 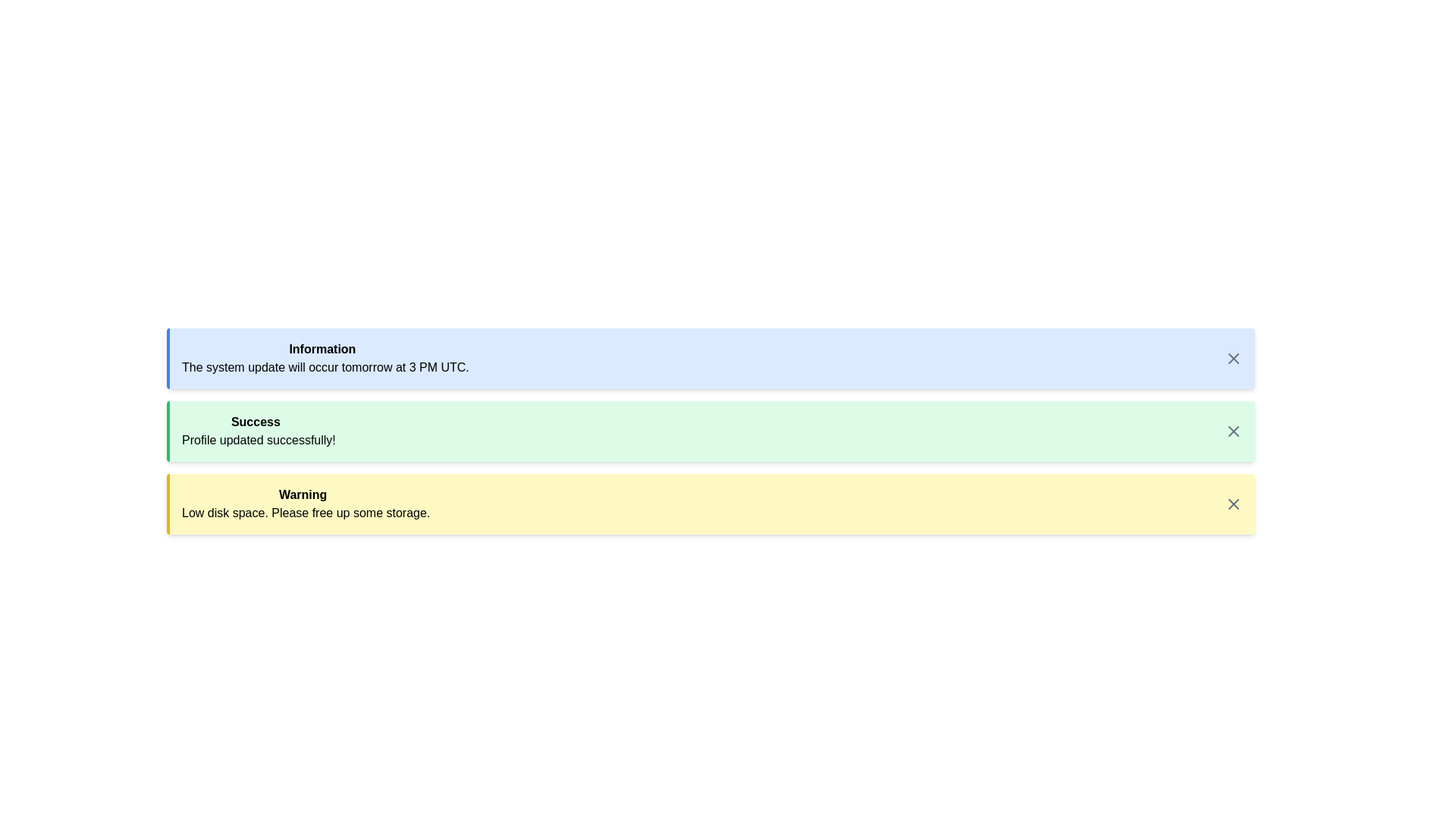 What do you see at coordinates (711, 359) in the screenshot?
I see `the notification alert message component titled 'Information' with the message about the system update scheduled for tomorrow at 3 PM UTC` at bounding box center [711, 359].